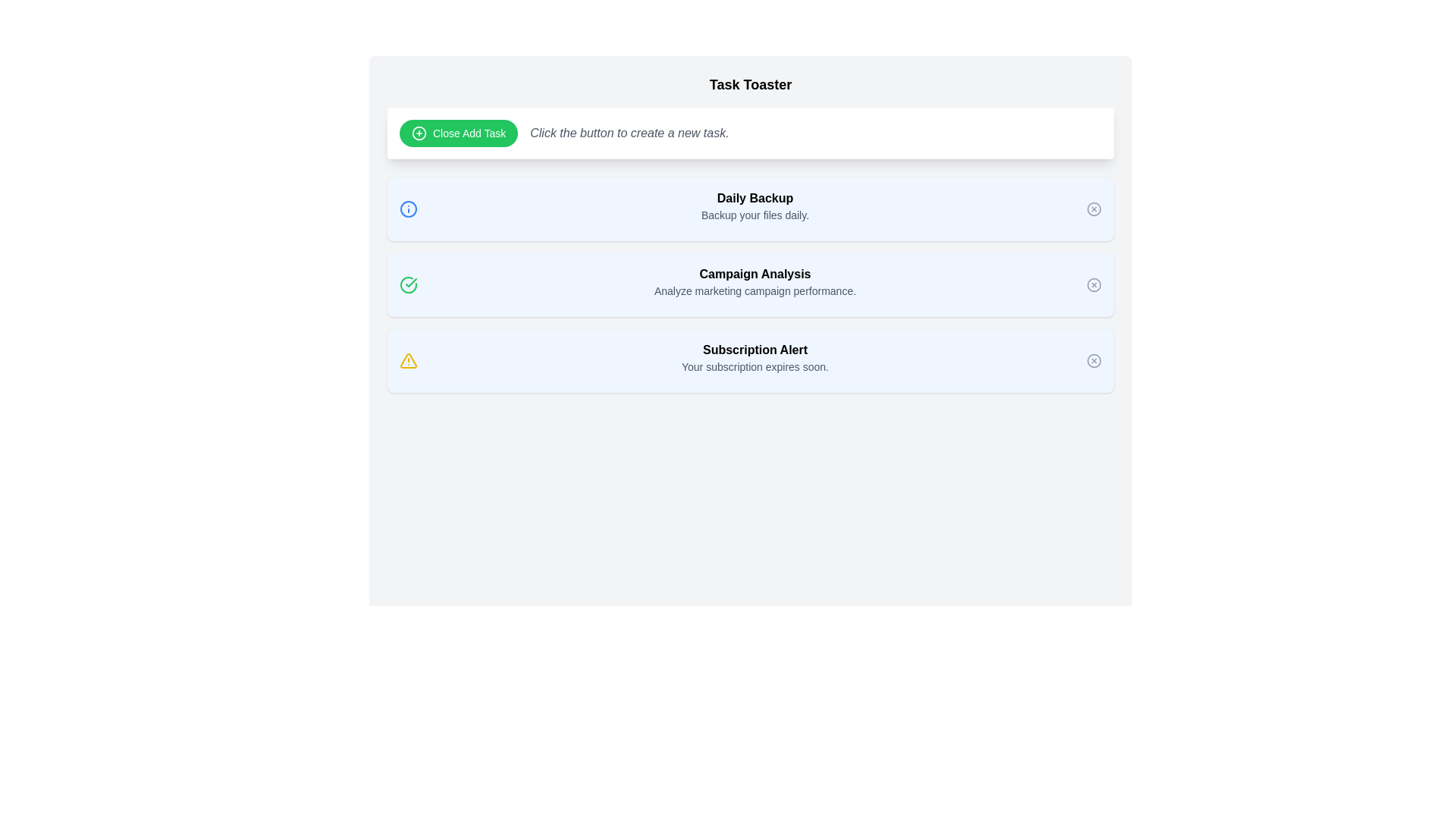 The image size is (1456, 819). What do you see at coordinates (755, 209) in the screenshot?
I see `the Informational text block displaying 'Daily Backup' to interact with possible tooltip or further information` at bounding box center [755, 209].